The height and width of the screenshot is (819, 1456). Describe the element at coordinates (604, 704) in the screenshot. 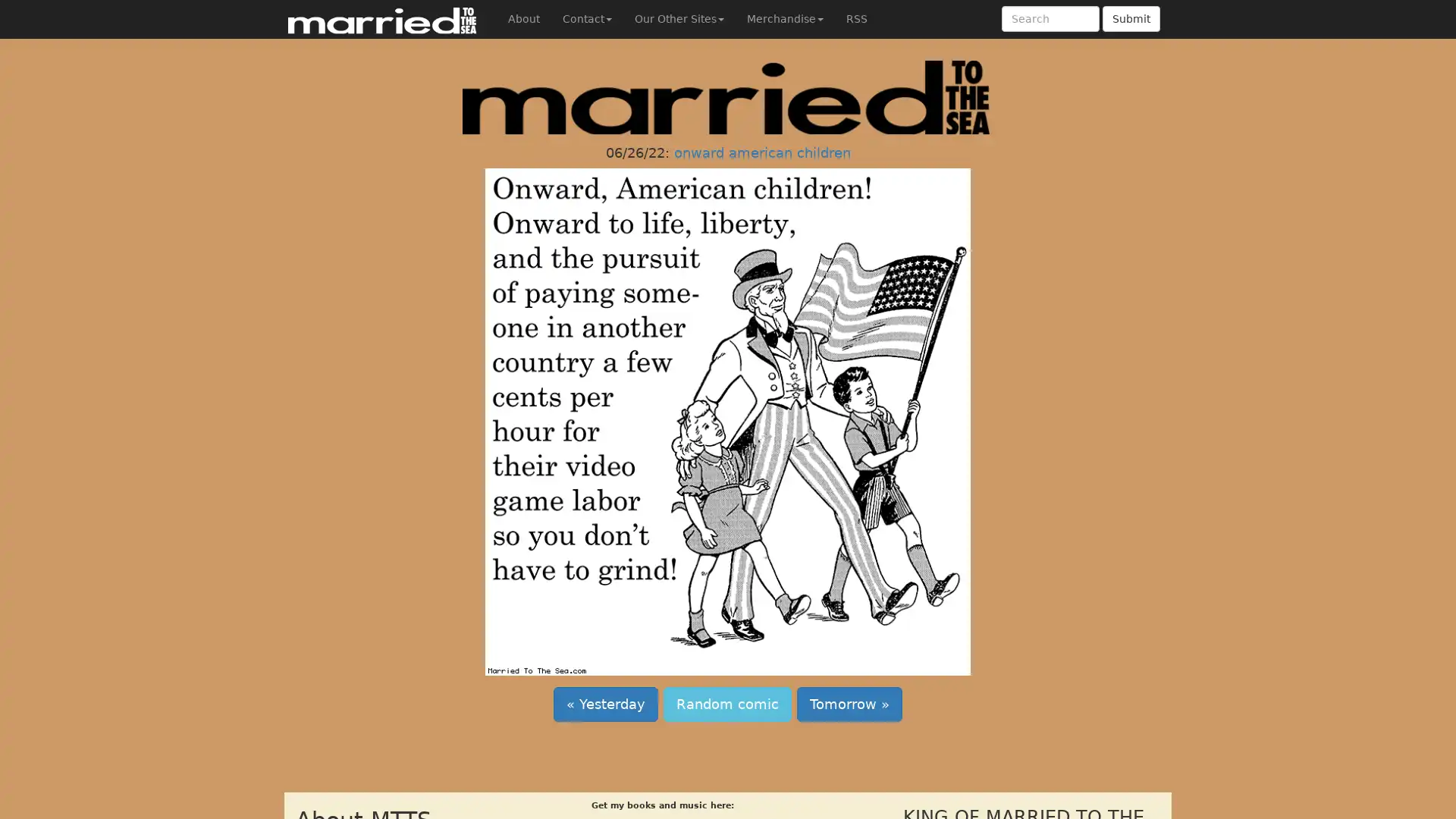

I see `Yesterday` at that location.